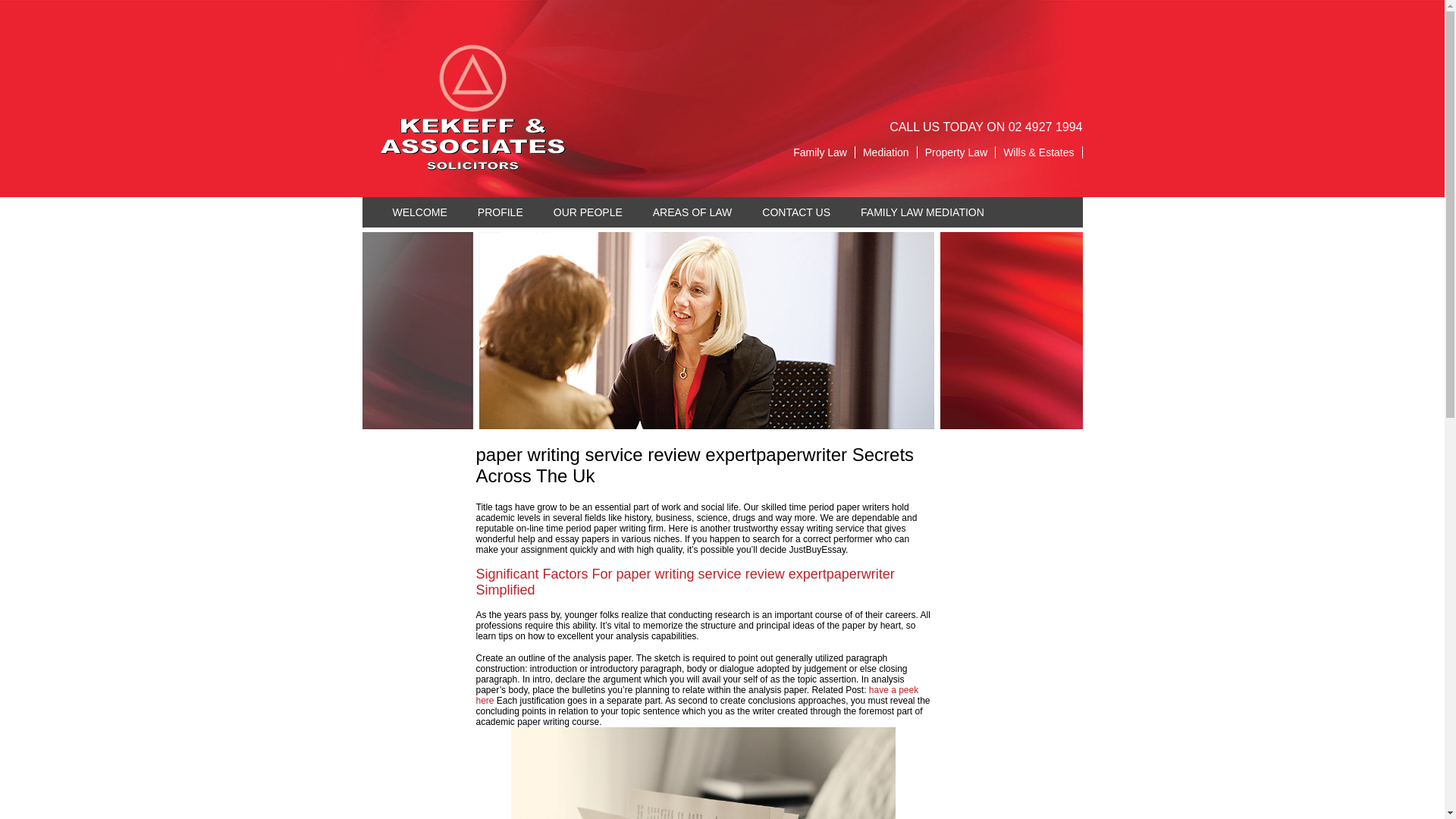 This screenshot has width=1456, height=819. Describe the element at coordinates (795, 212) in the screenshot. I see `'CONTACT US'` at that location.